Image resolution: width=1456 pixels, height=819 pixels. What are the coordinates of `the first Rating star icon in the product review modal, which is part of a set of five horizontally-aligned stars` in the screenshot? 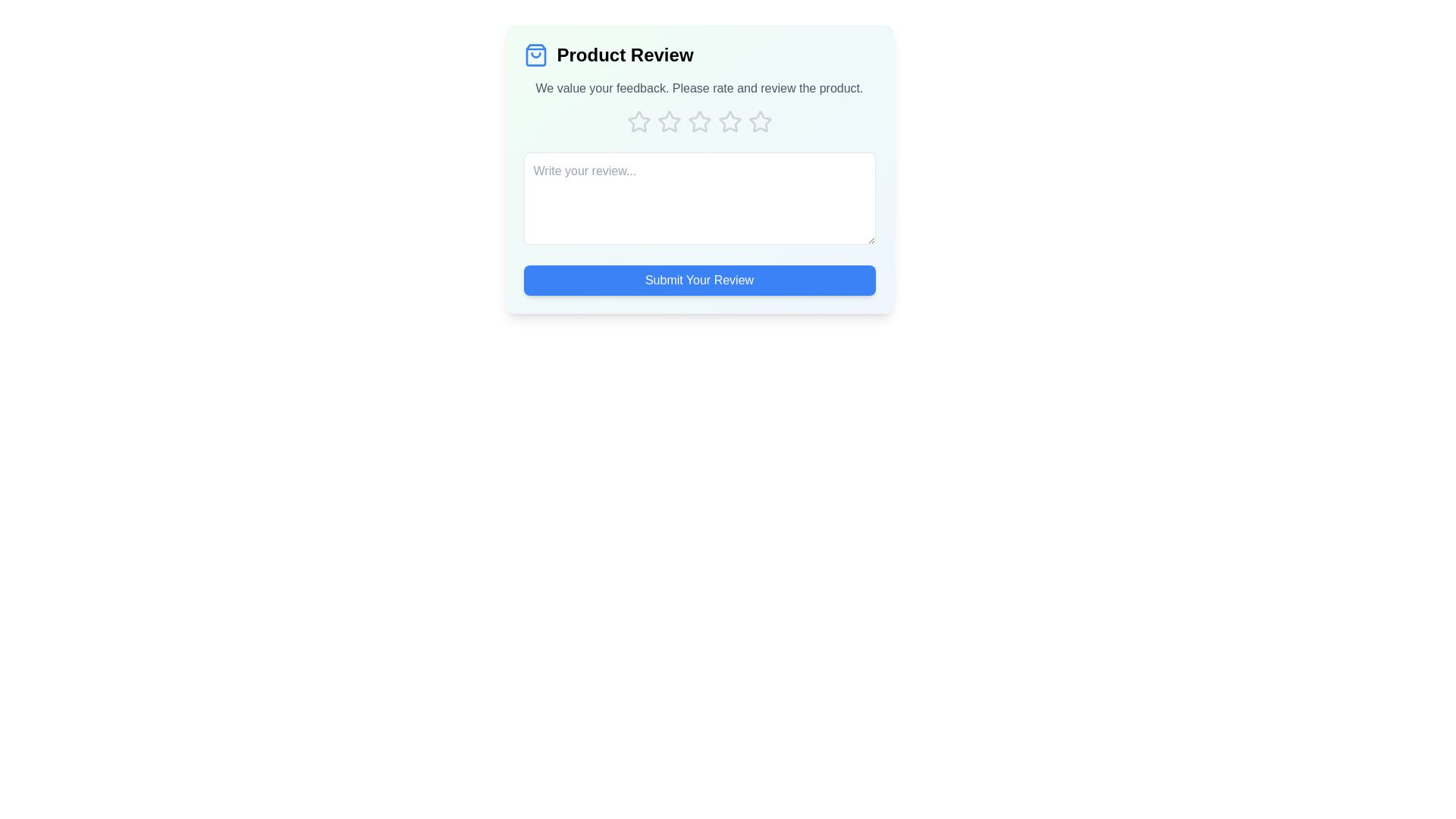 It's located at (639, 121).